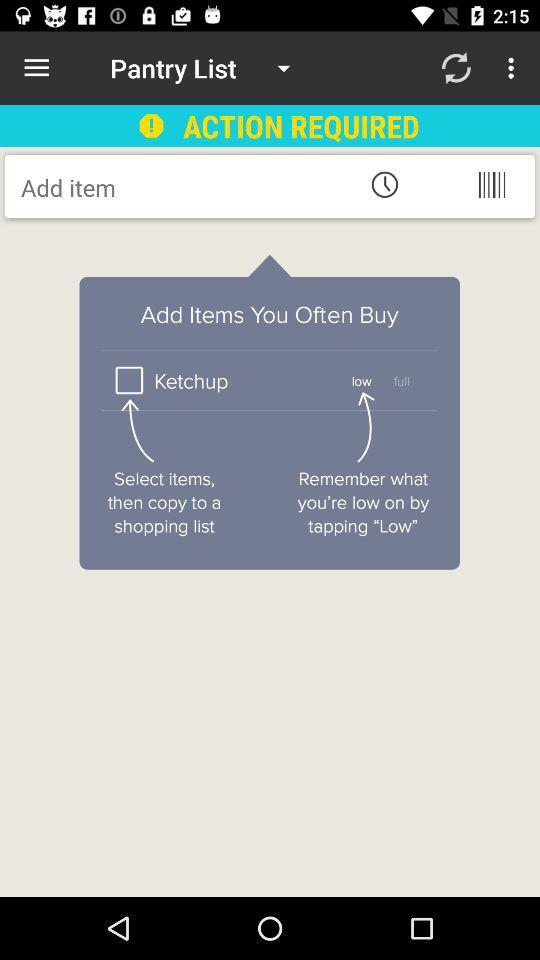  Describe the element at coordinates (181, 187) in the screenshot. I see `button` at that location.